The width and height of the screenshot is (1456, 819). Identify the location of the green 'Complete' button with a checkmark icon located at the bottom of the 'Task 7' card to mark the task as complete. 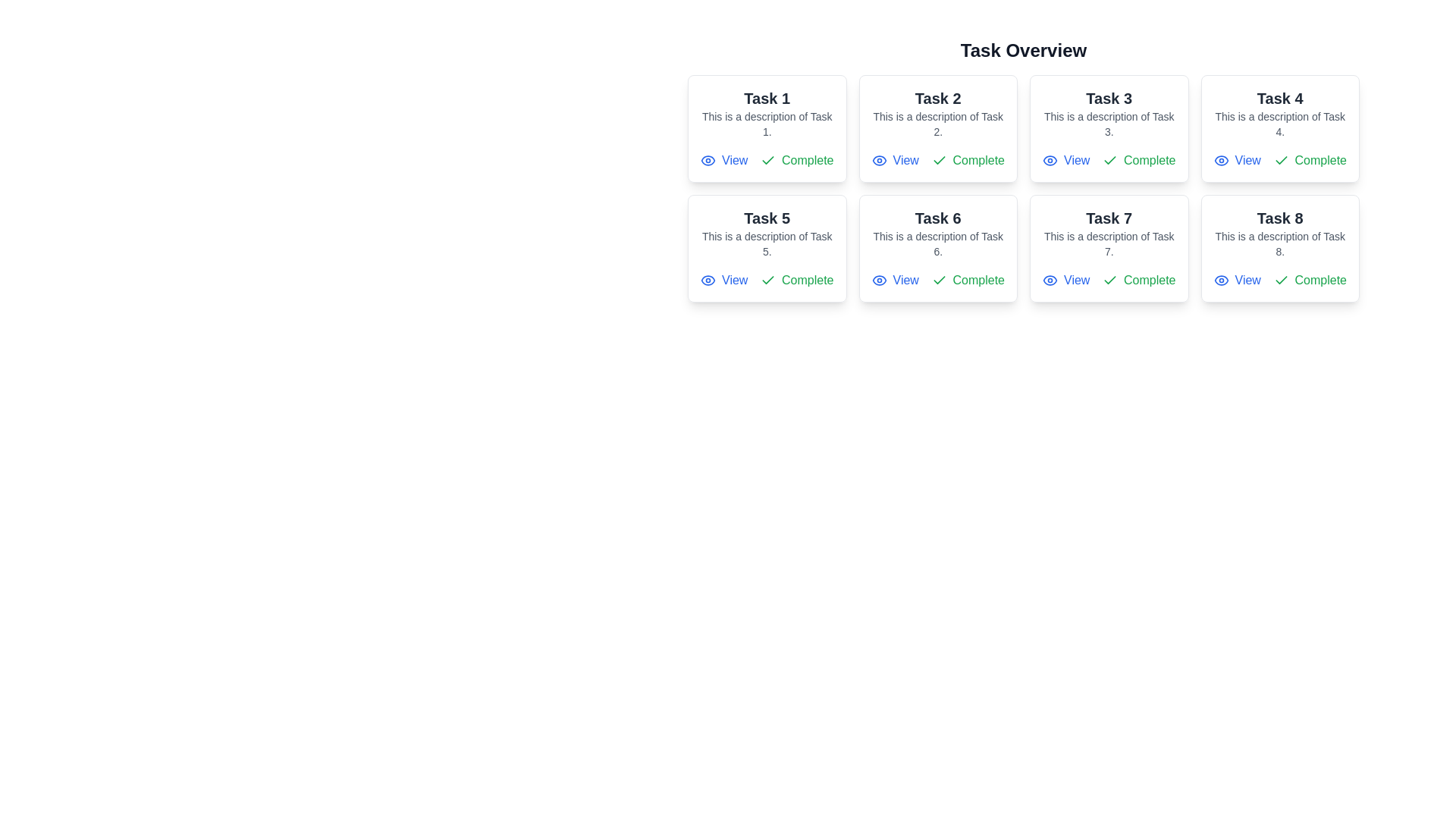
(1139, 281).